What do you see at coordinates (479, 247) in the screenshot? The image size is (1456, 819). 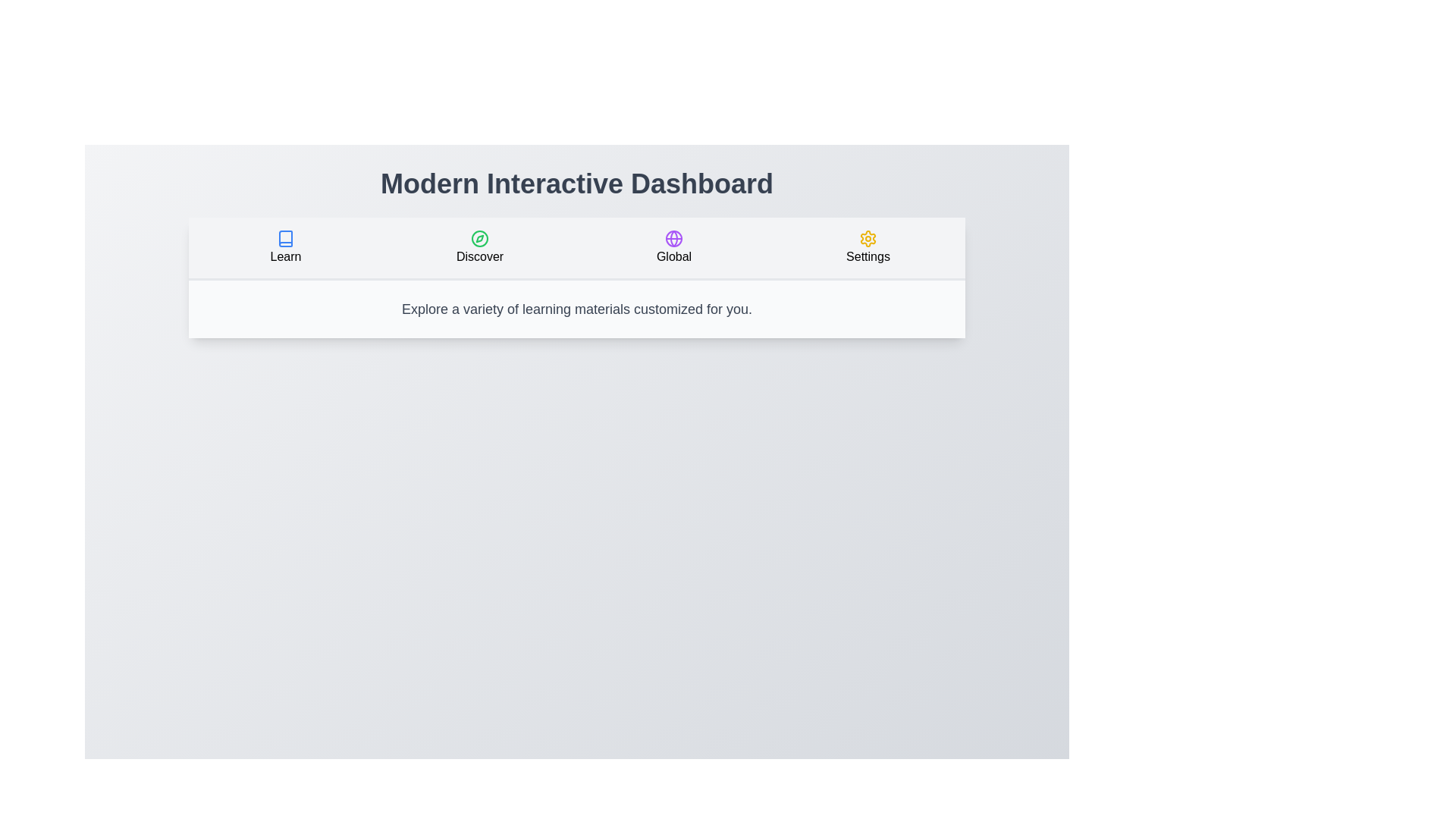 I see `the 'Discover' navigation button located in the horizontal navigation bar, positioned second from the left, between 'Learn' and 'Global'` at bounding box center [479, 247].